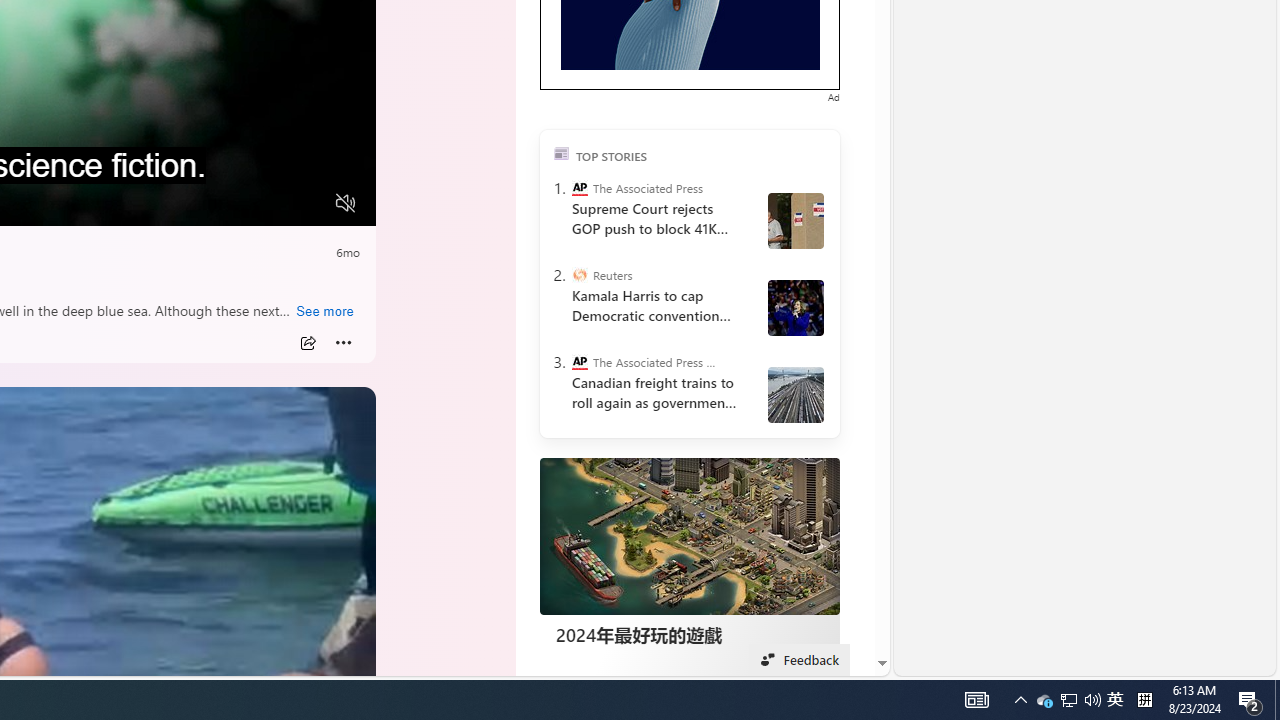 This screenshot has height=720, width=1280. Describe the element at coordinates (578, 275) in the screenshot. I see `'Reuters'` at that location.